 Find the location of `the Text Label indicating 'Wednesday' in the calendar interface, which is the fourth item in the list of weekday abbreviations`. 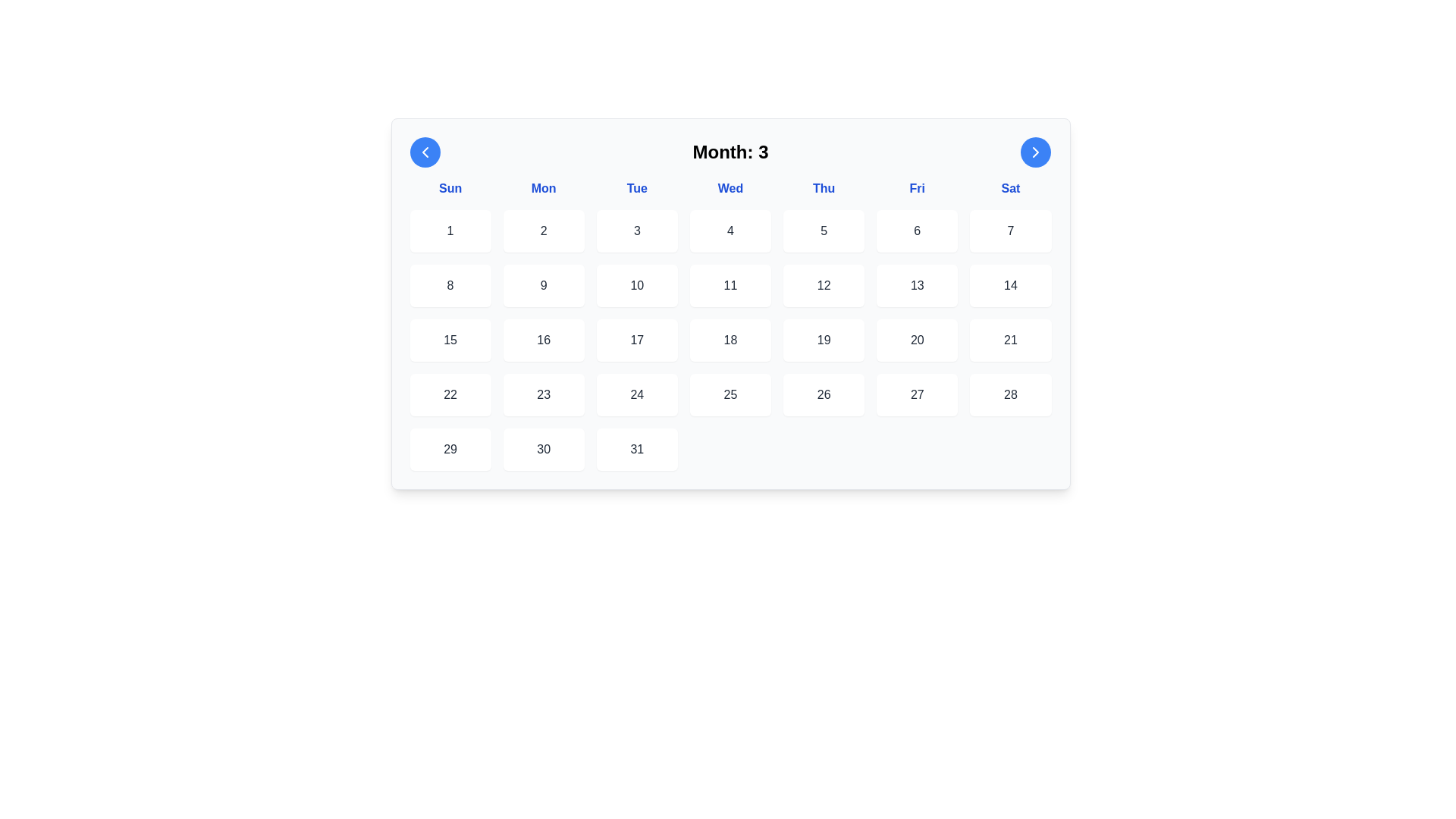

the Text Label indicating 'Wednesday' in the calendar interface, which is the fourth item in the list of weekday abbreviations is located at coordinates (730, 188).